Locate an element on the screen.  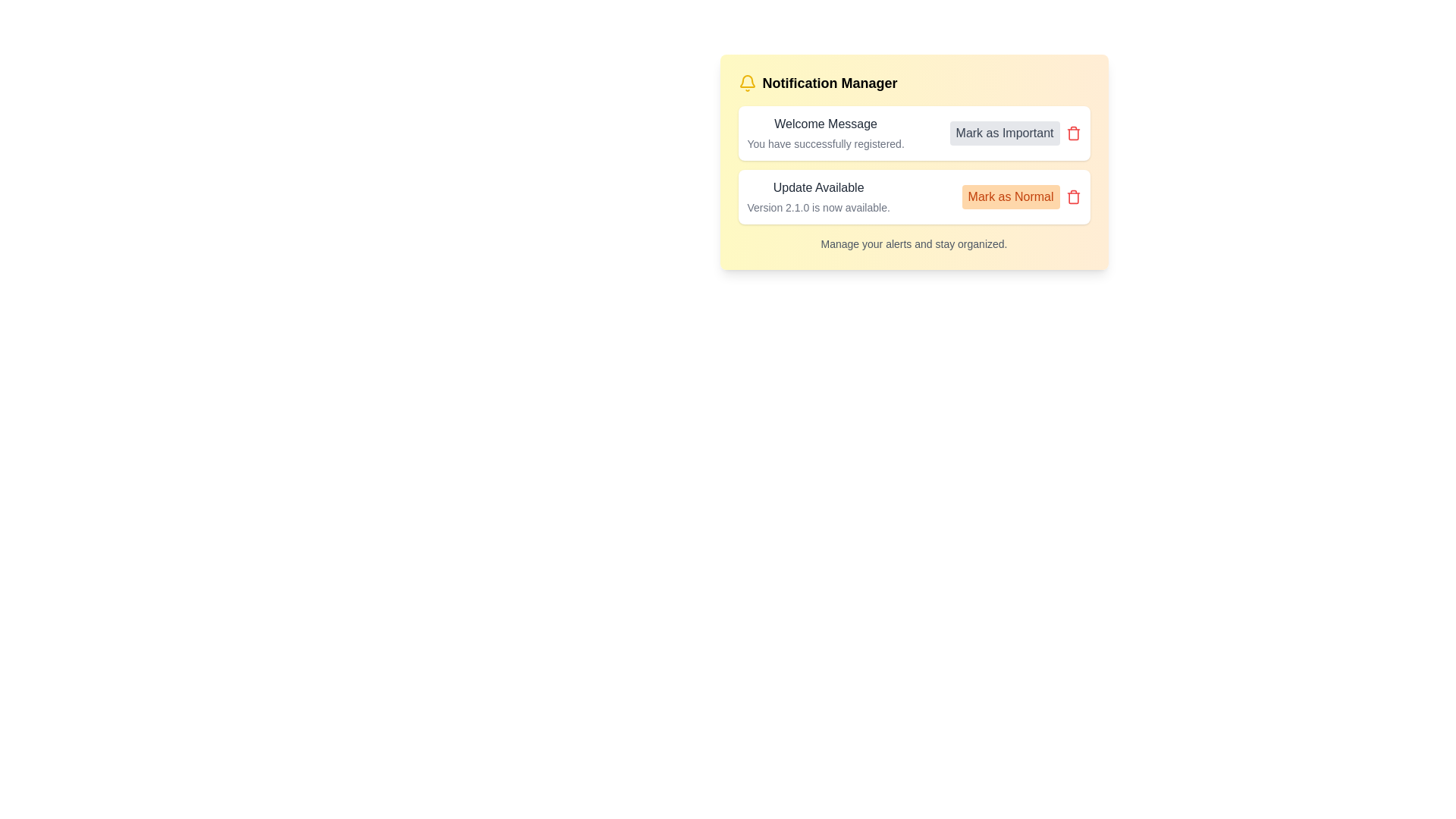
the 'Mark as Normal' button, which has a light orange background and orange text, located is located at coordinates (1021, 196).